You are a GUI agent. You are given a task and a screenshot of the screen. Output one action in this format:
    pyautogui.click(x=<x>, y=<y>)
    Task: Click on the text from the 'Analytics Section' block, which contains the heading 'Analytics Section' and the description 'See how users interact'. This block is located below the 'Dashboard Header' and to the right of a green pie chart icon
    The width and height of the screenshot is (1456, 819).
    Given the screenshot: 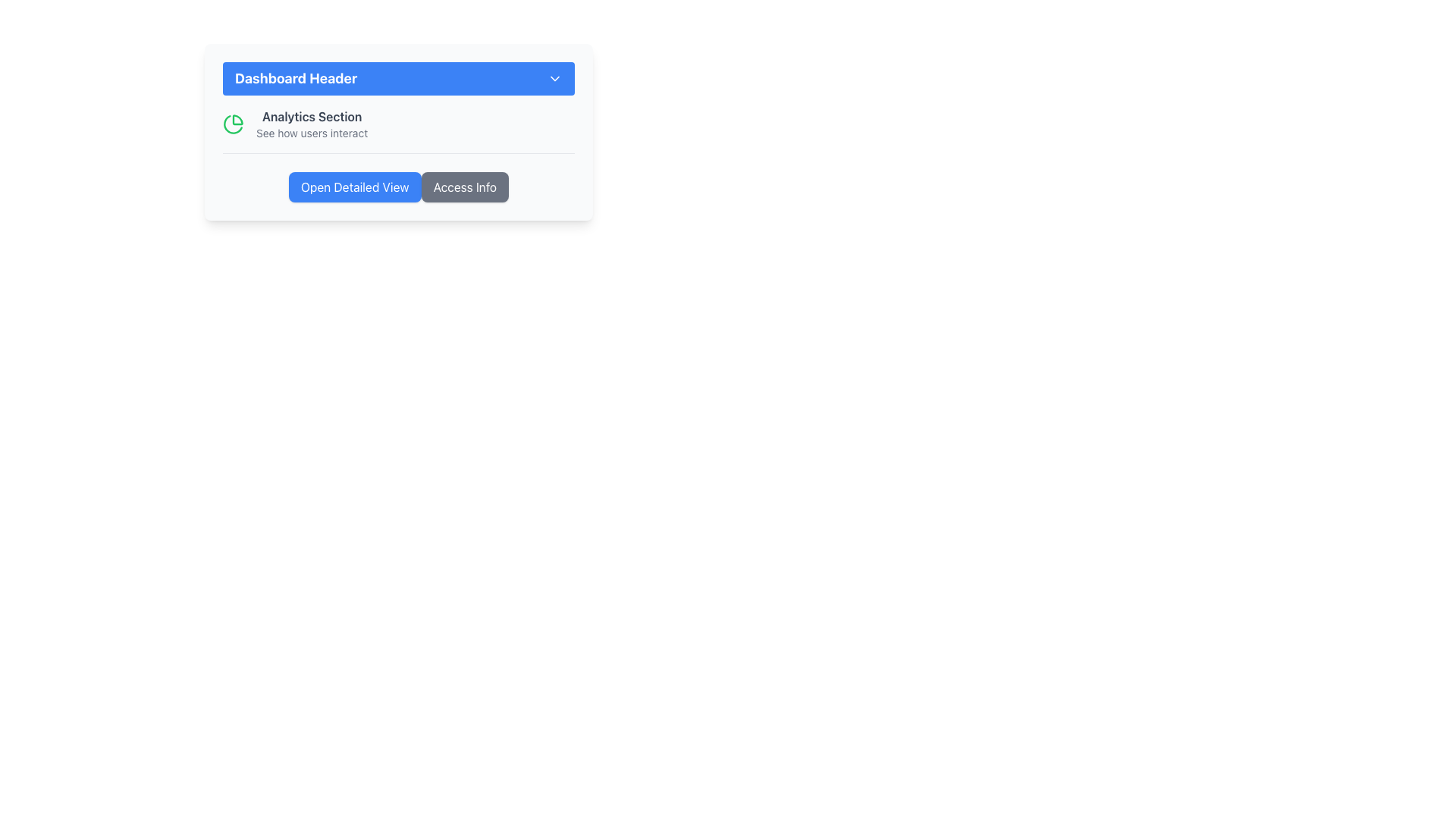 What is the action you would take?
    pyautogui.click(x=311, y=124)
    